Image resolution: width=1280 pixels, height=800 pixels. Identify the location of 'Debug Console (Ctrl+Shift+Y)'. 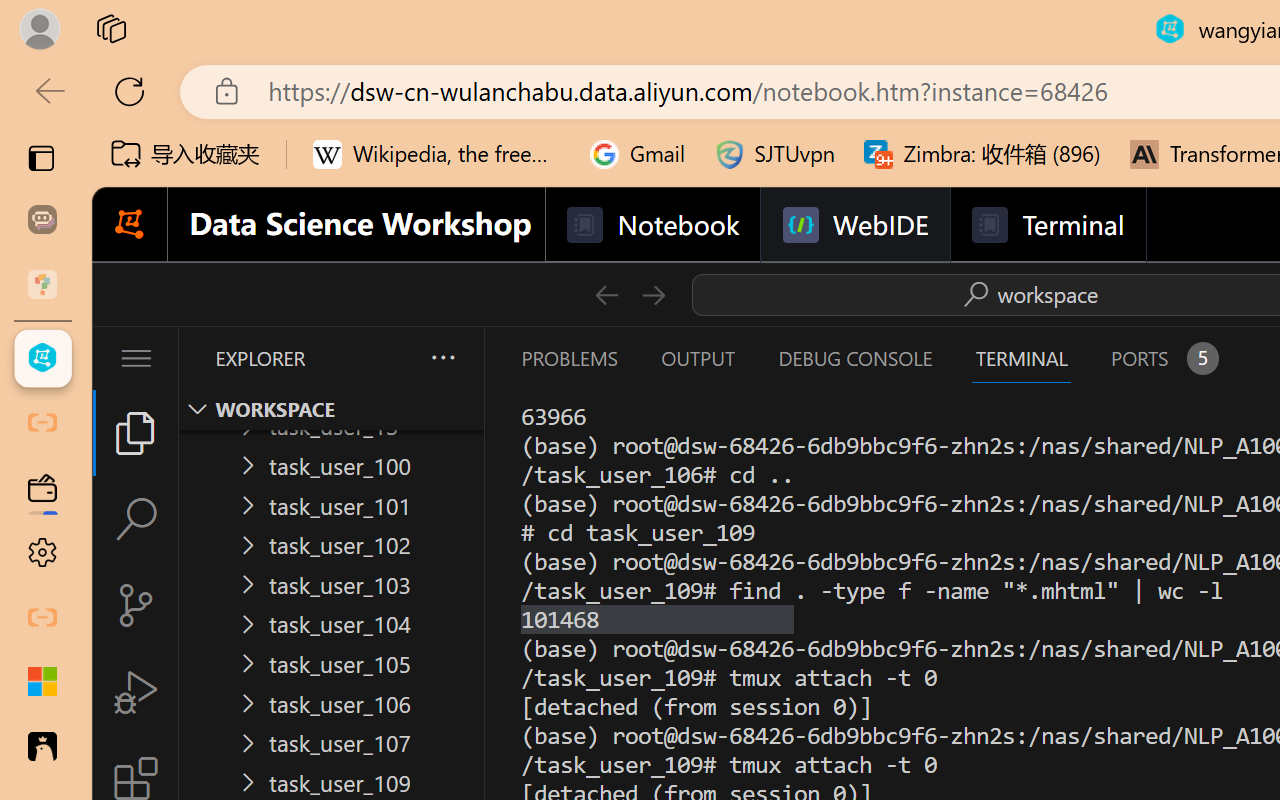
(854, 358).